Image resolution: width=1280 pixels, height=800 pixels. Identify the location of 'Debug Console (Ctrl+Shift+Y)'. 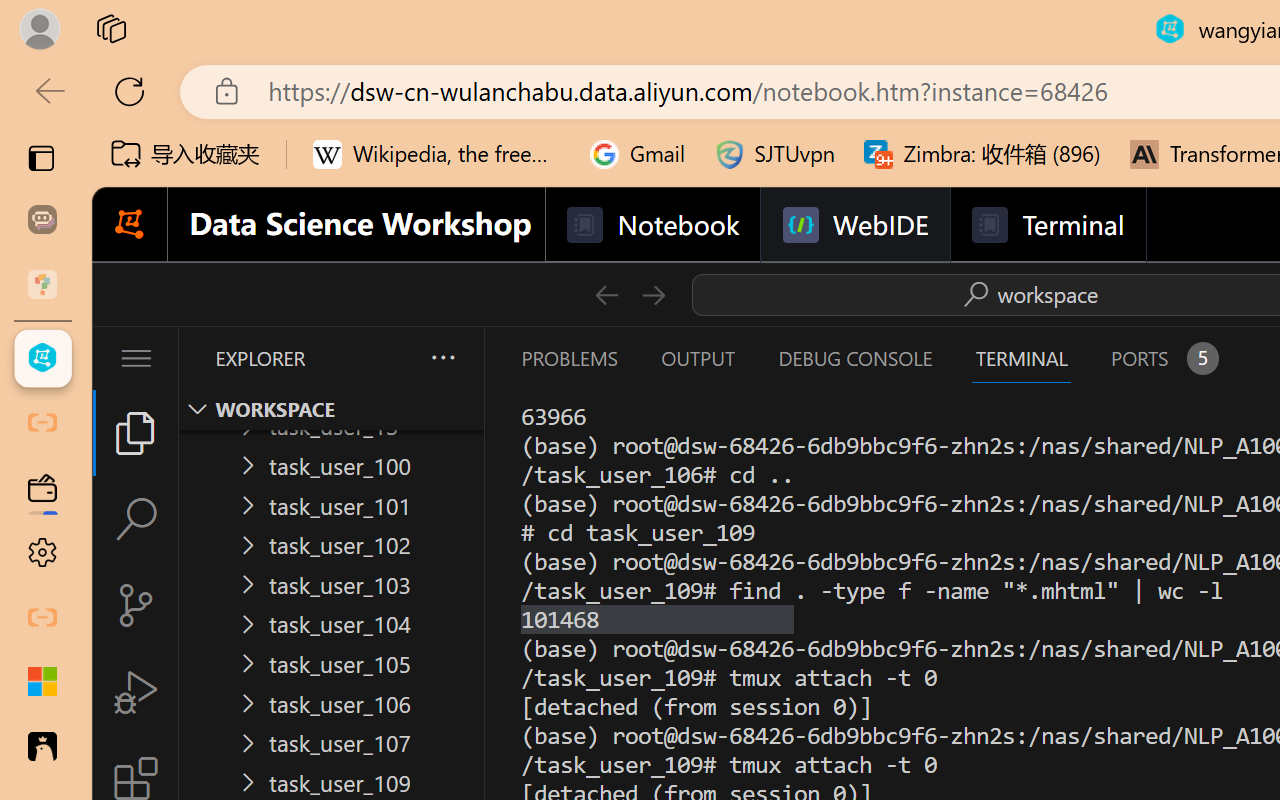
(854, 358).